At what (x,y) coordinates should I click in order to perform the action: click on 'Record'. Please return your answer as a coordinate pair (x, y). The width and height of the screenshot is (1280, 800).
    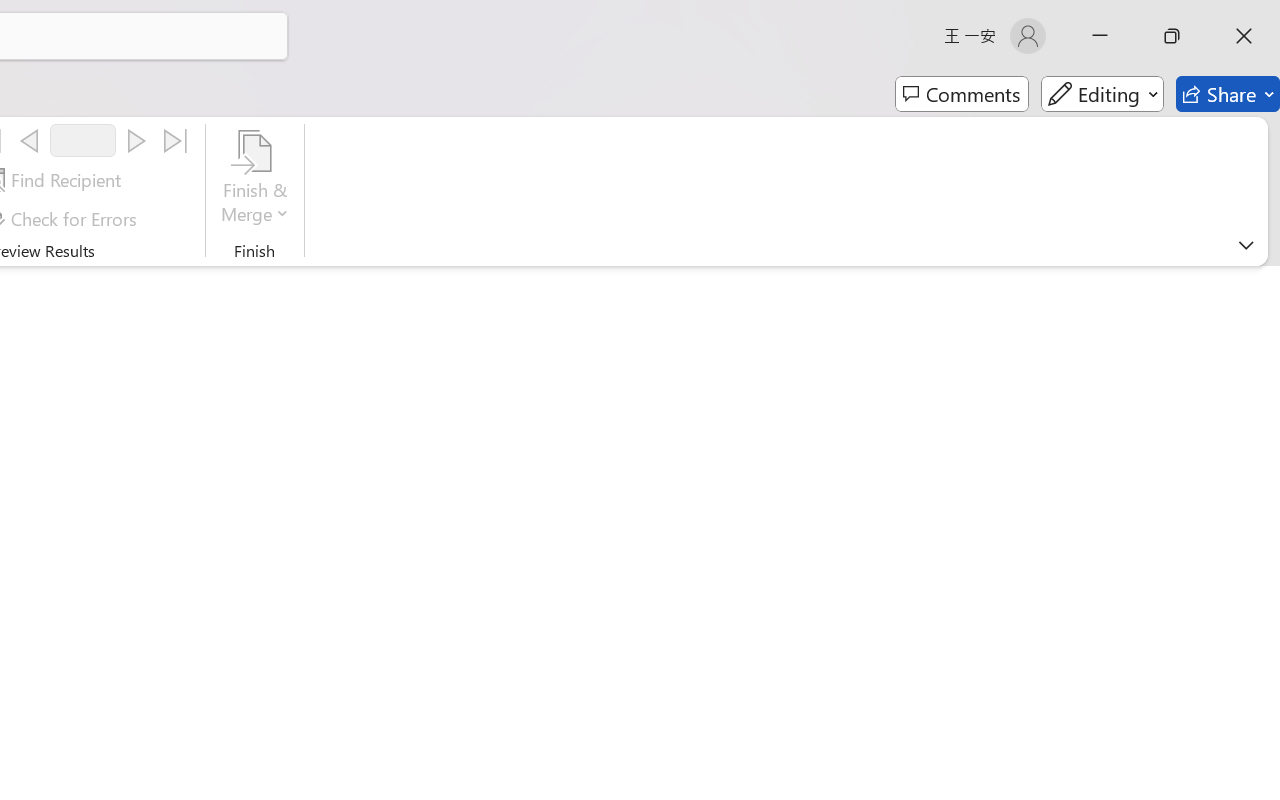
    Looking at the image, I should click on (82, 140).